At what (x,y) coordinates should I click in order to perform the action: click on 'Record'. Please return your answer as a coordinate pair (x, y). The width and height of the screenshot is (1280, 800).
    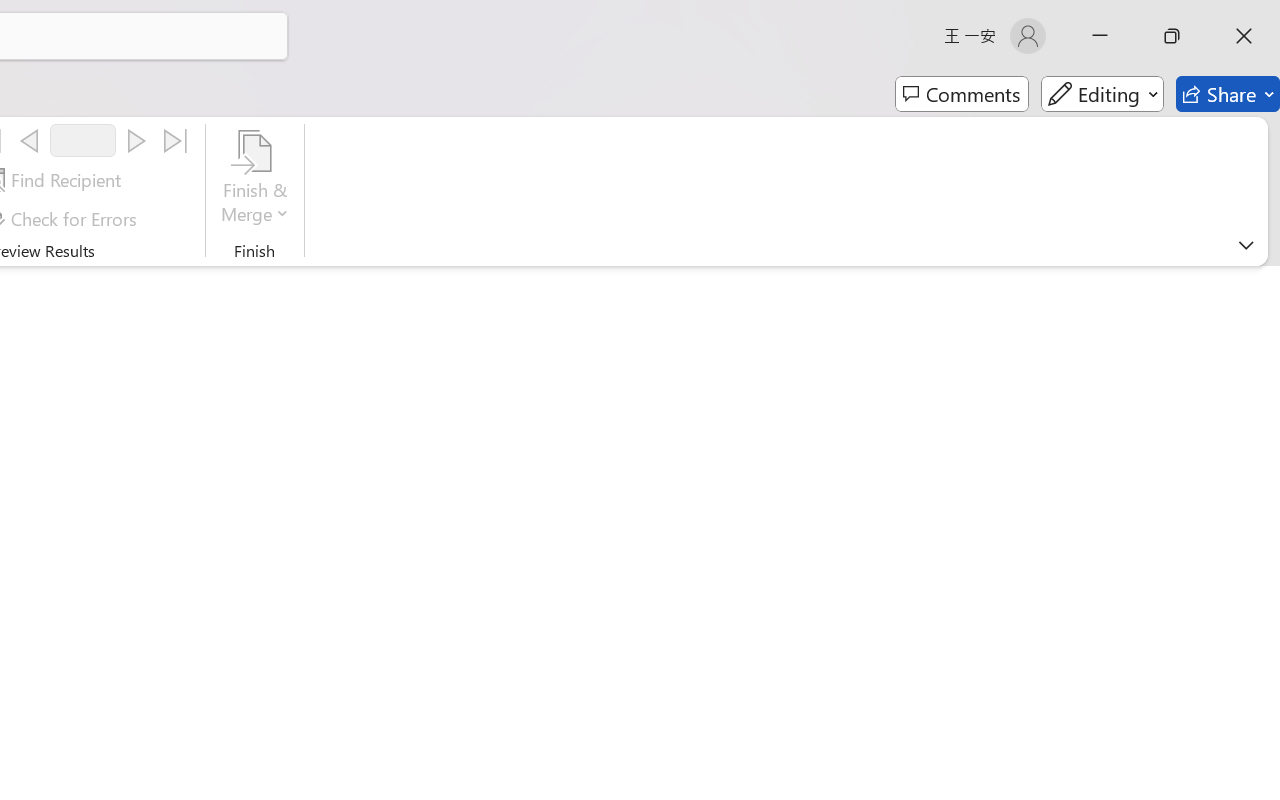
    Looking at the image, I should click on (82, 140).